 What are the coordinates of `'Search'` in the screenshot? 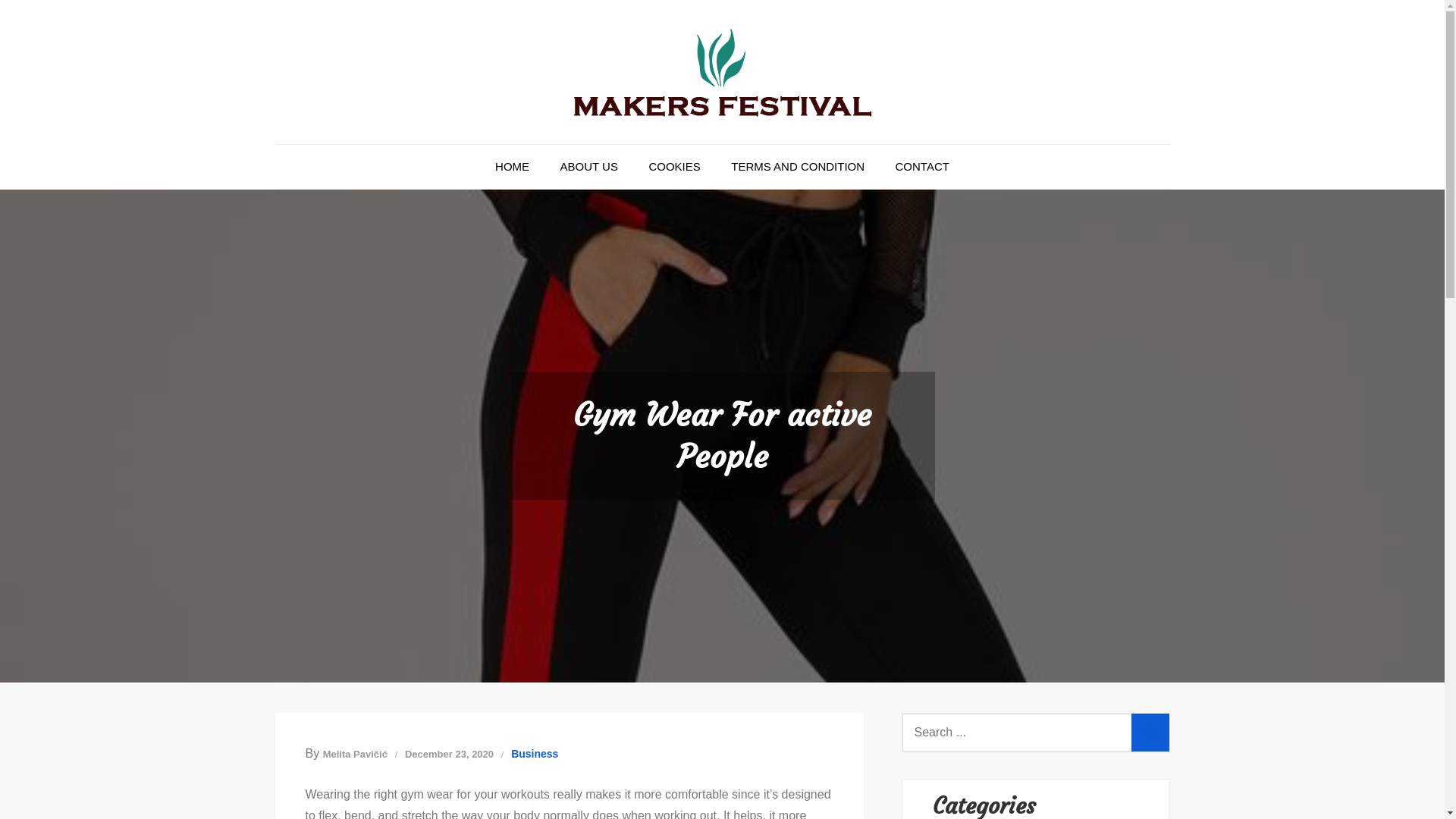 It's located at (1150, 731).